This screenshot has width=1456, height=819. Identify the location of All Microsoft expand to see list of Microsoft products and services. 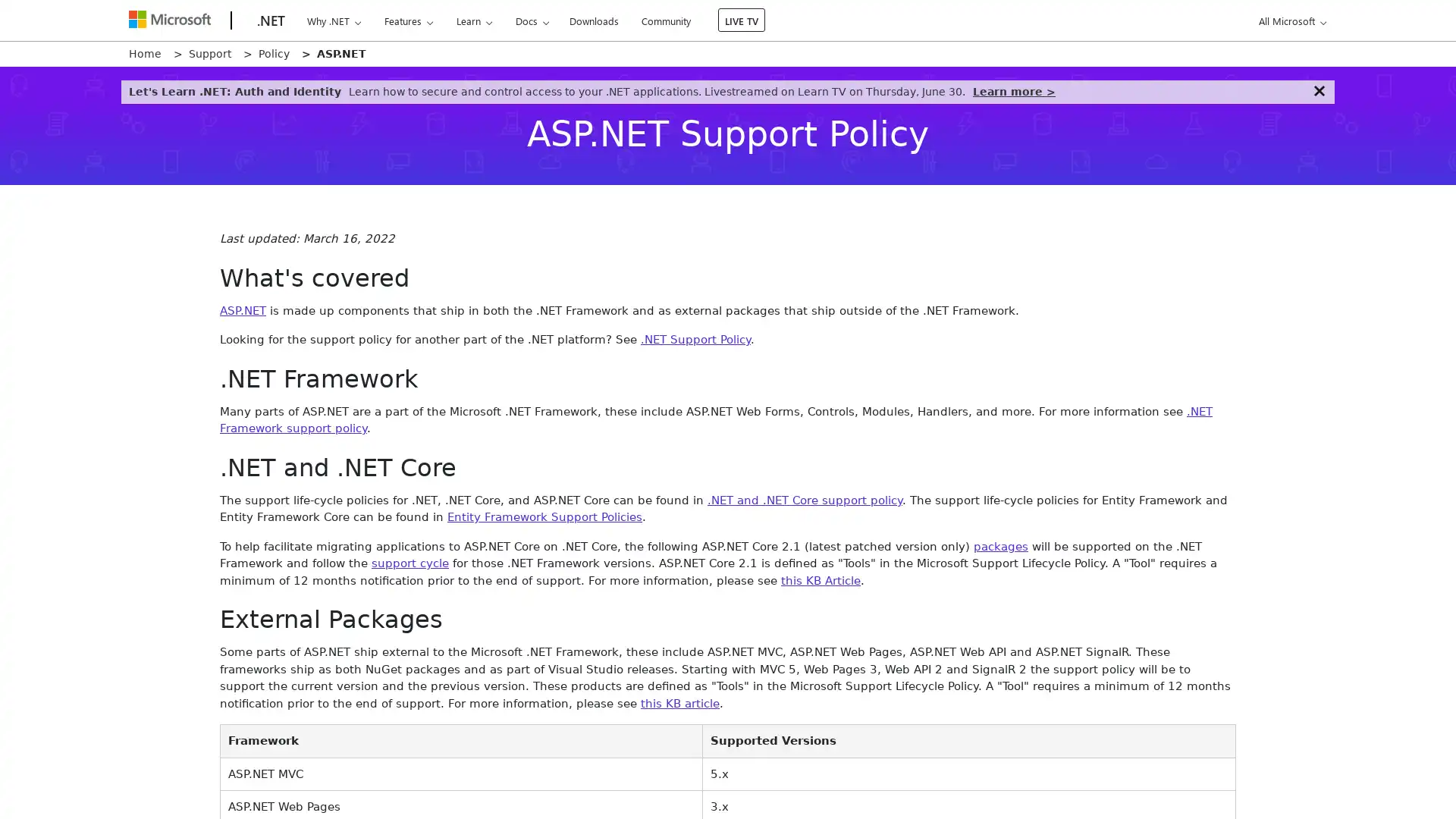
(1289, 20).